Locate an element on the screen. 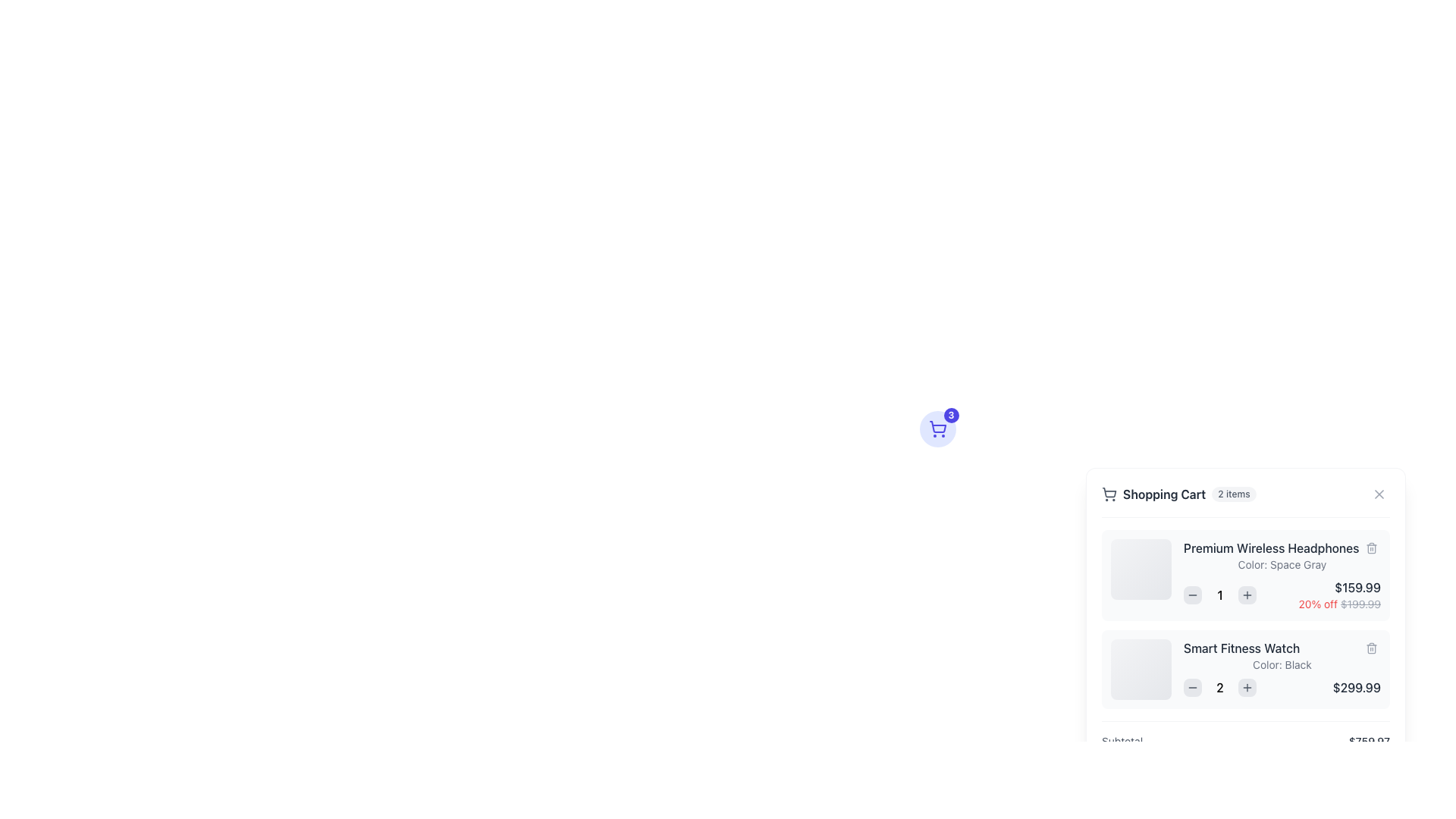 The width and height of the screenshot is (1456, 819). the 'Subtotal' label in the shopping cart summary block, which indicates the subtotal amount of the cart is located at coordinates (1122, 741).